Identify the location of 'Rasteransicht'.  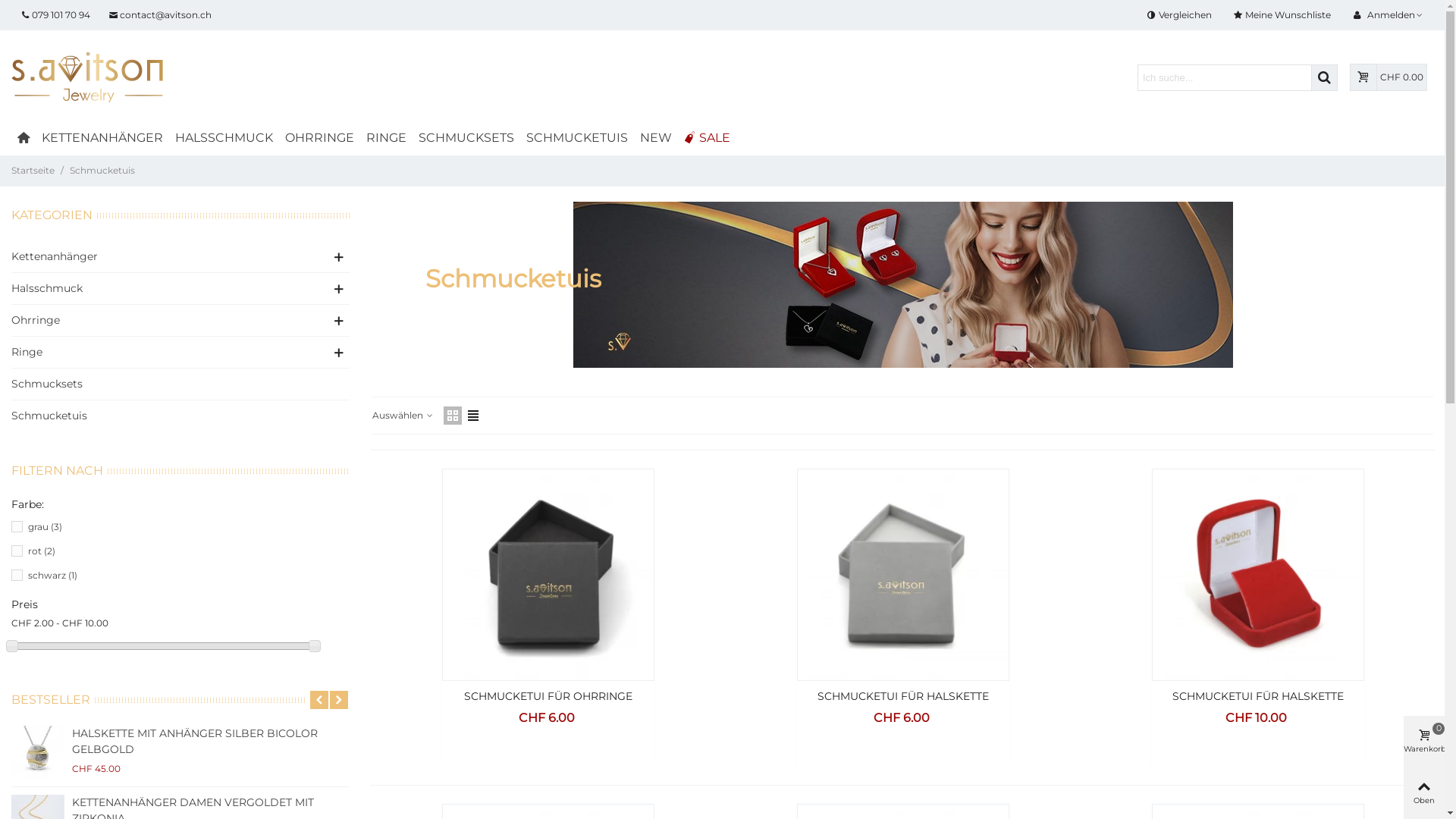
(451, 415).